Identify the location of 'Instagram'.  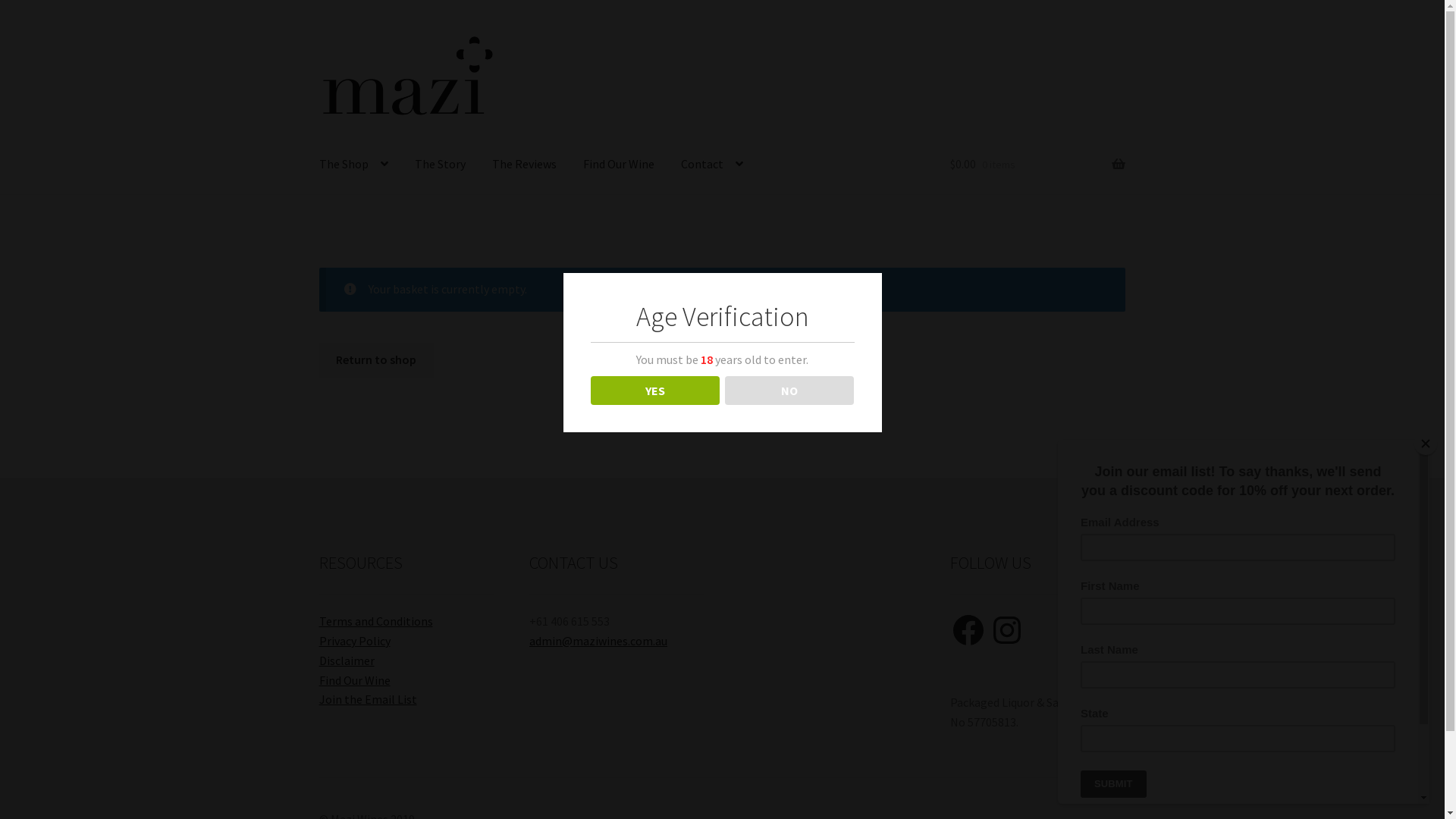
(1007, 629).